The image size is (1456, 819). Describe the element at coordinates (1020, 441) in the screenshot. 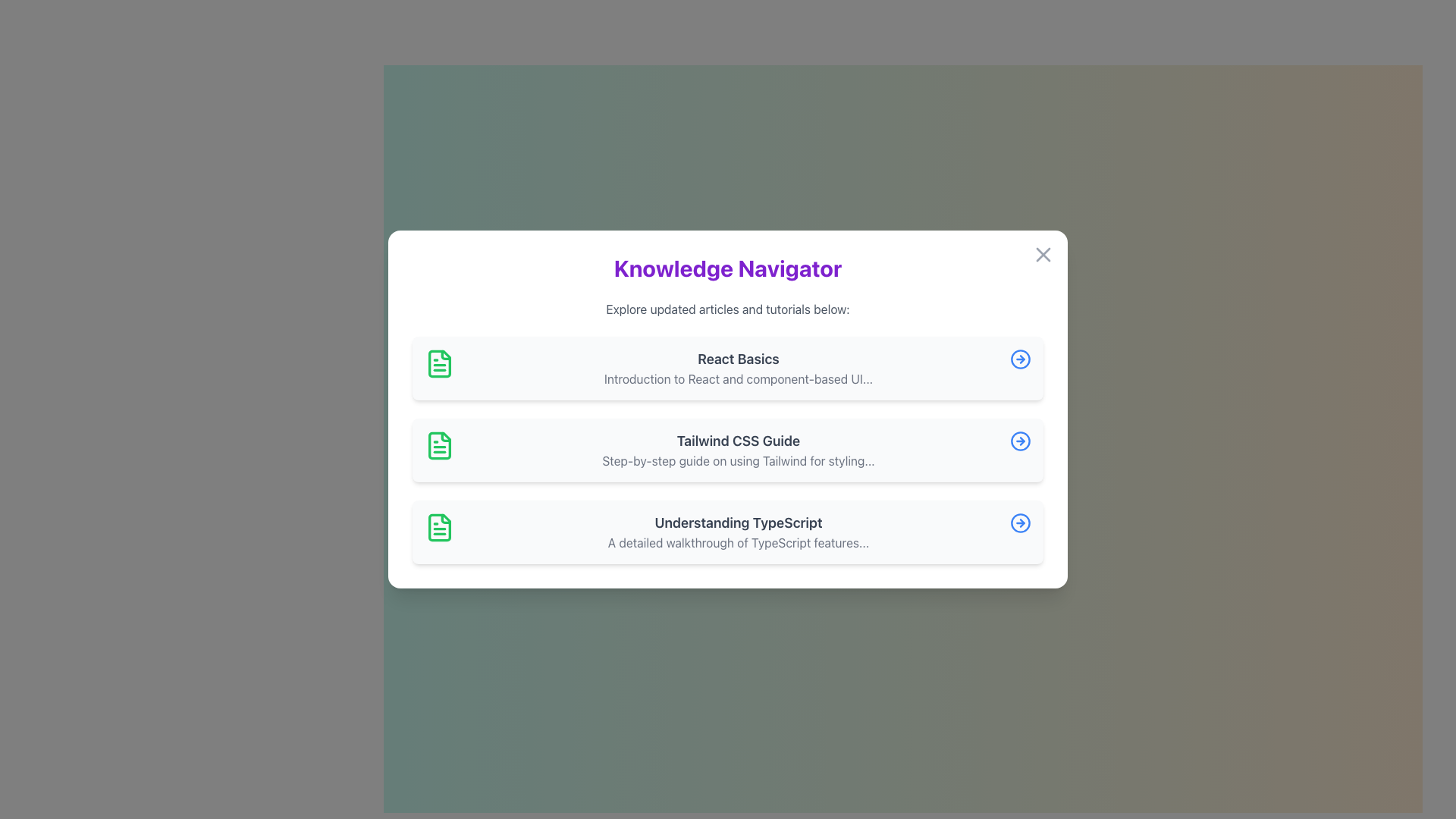

I see `the navigational icon for the 'Tailwind CSS Guide' to initiate a transition or detailed view of the content` at that location.